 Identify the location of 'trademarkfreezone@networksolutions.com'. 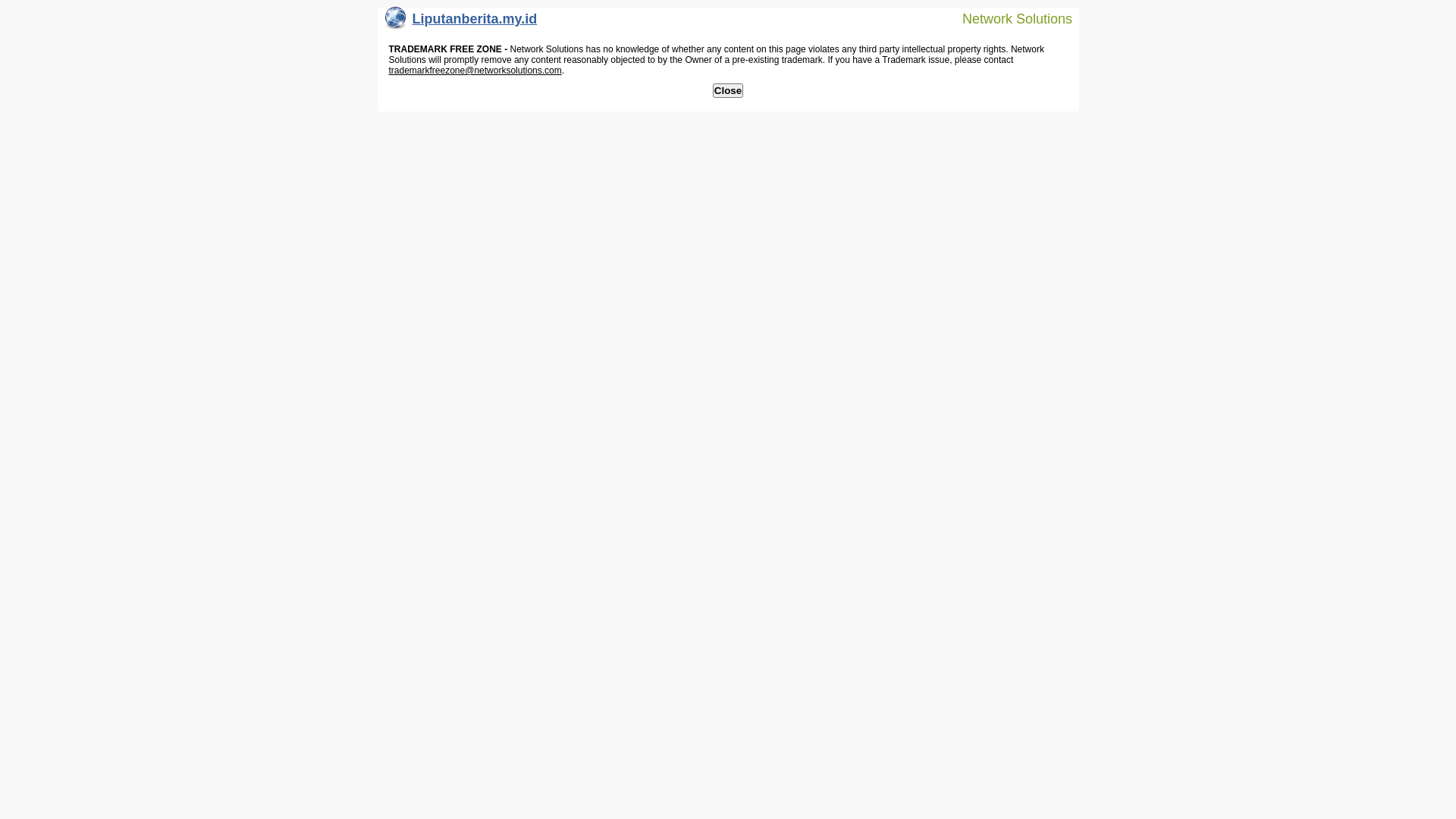
(473, 70).